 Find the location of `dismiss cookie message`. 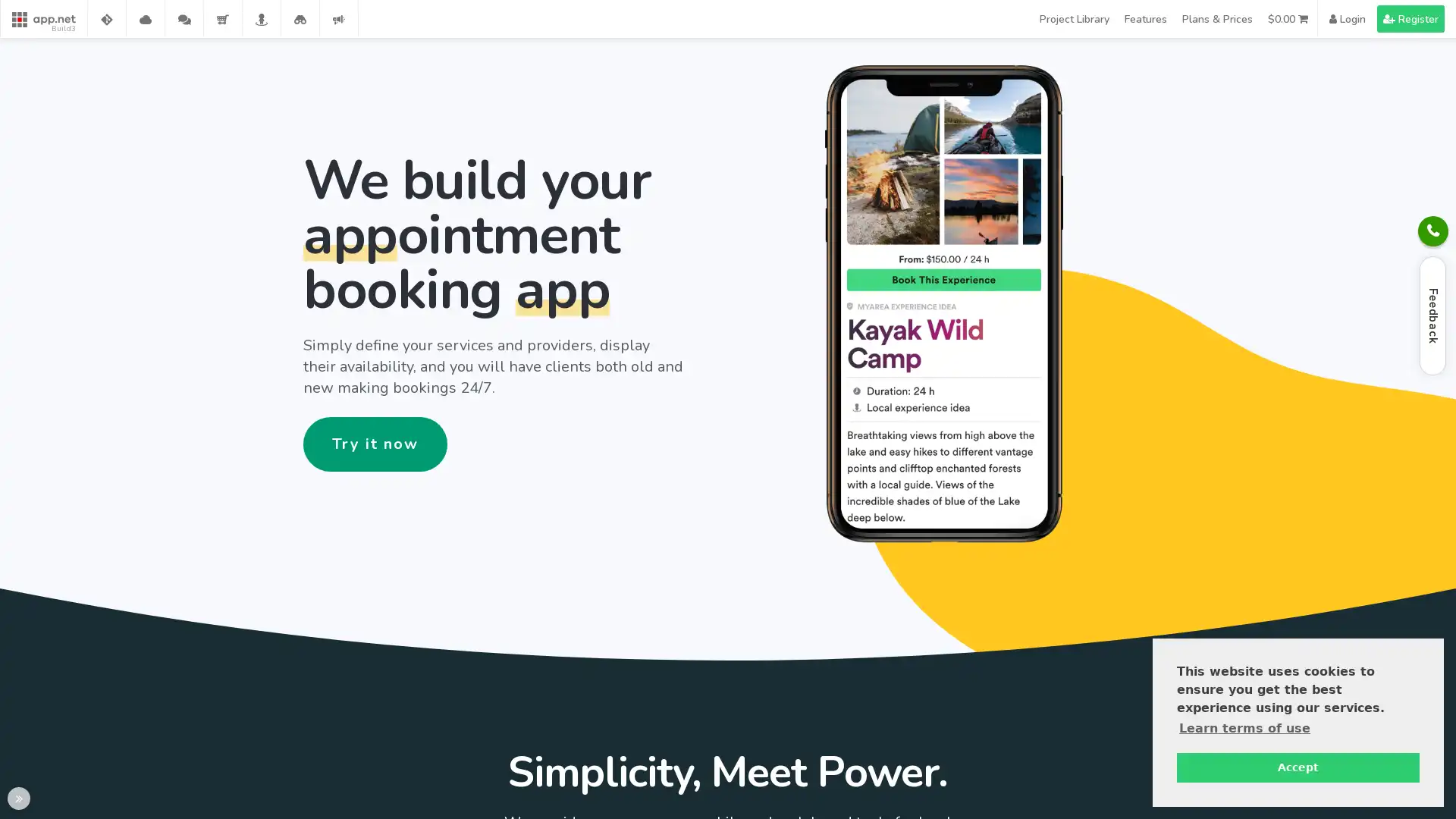

dismiss cookie message is located at coordinates (1298, 767).